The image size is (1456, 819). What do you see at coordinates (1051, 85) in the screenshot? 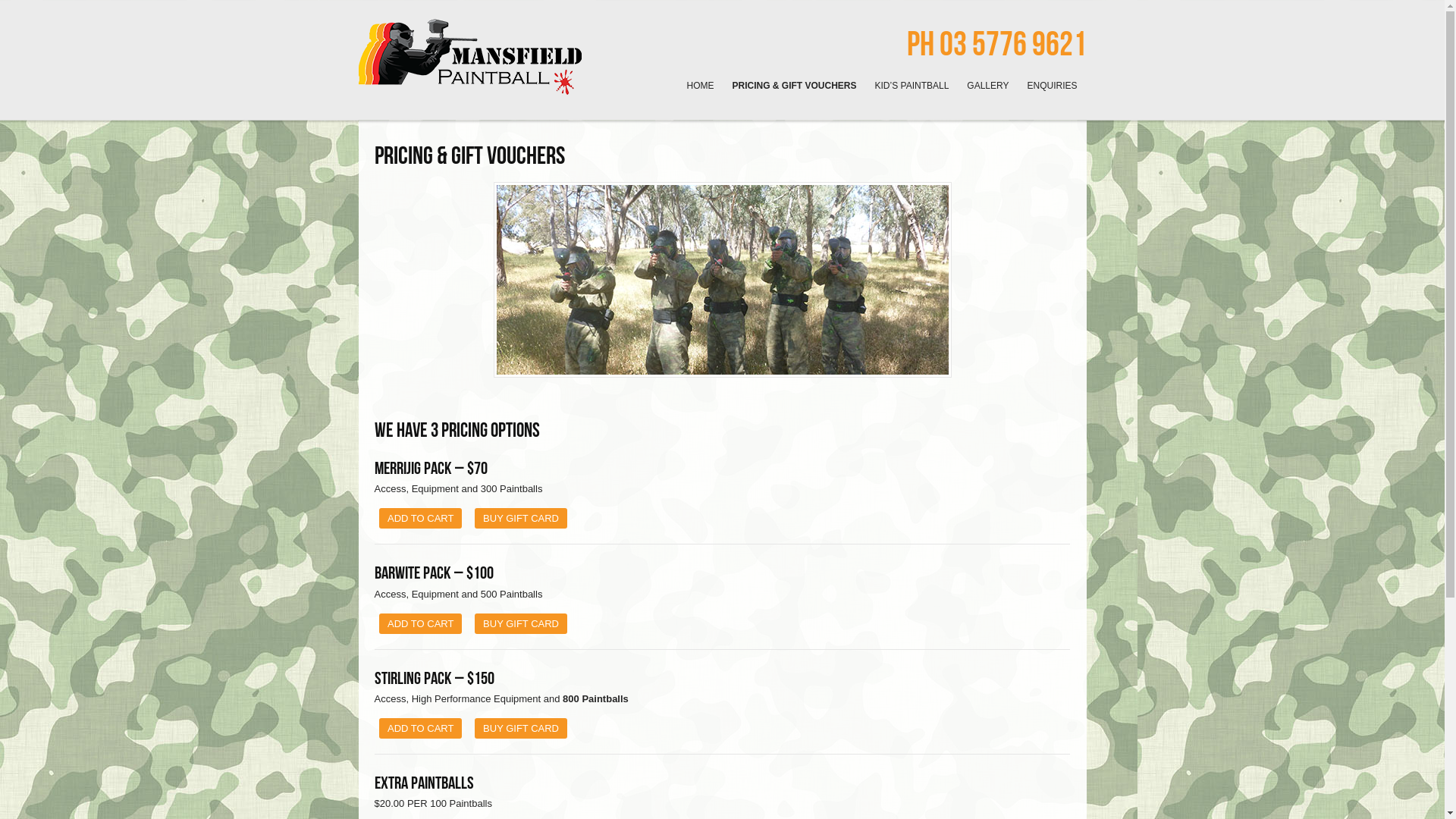
I see `'ENQUIRIES'` at bounding box center [1051, 85].